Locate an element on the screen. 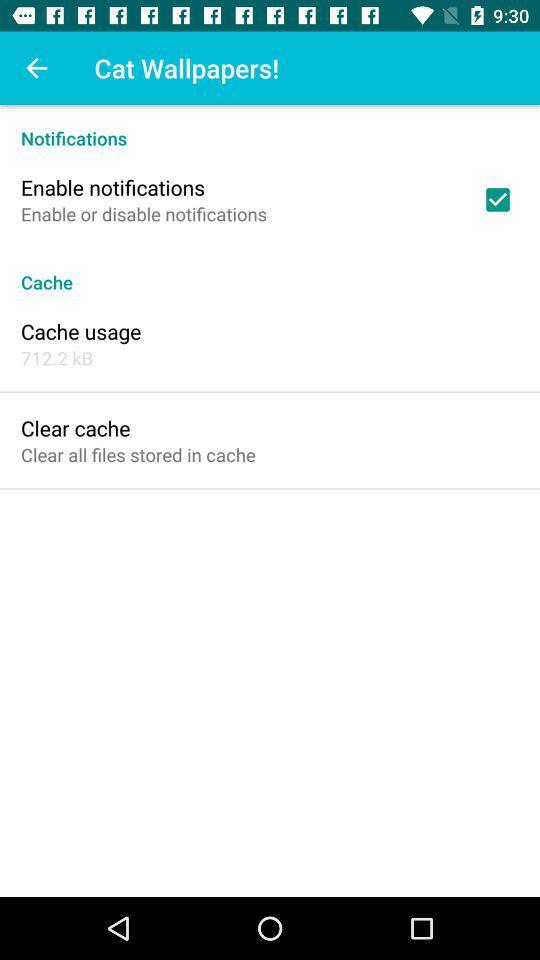  clear all files is located at coordinates (137, 454).